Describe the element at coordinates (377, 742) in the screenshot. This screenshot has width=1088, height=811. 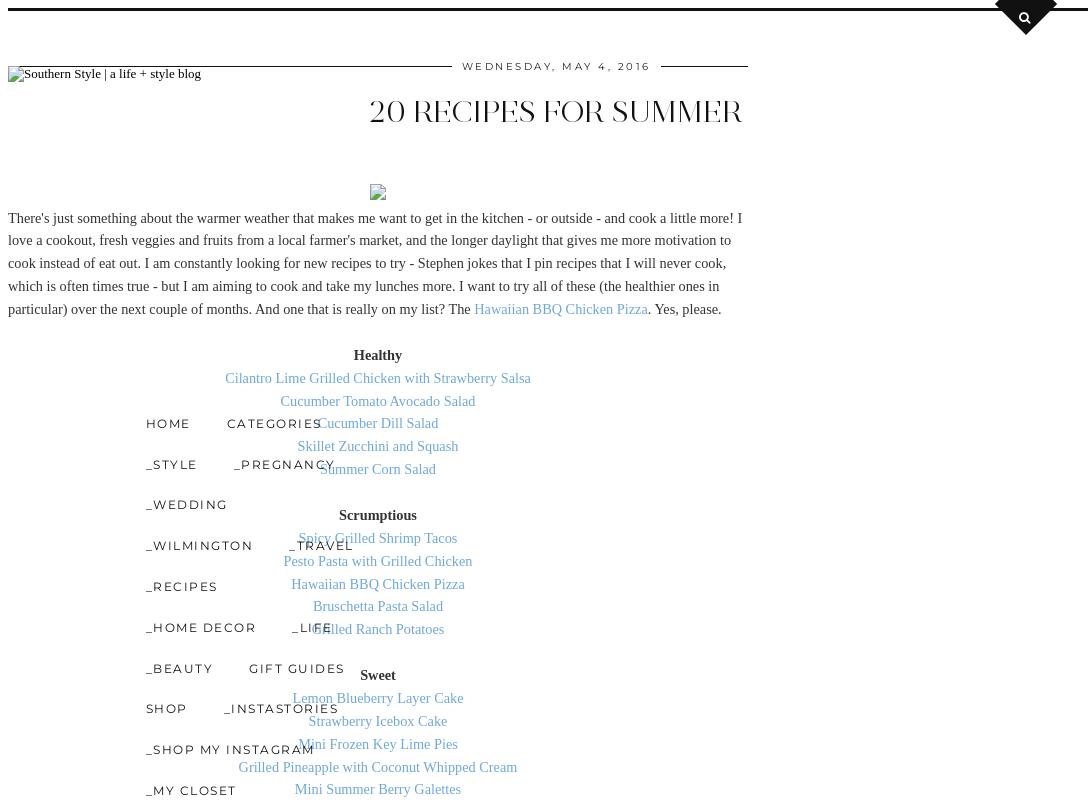
I see `'Mini Frozen Key Lime Pies'` at that location.